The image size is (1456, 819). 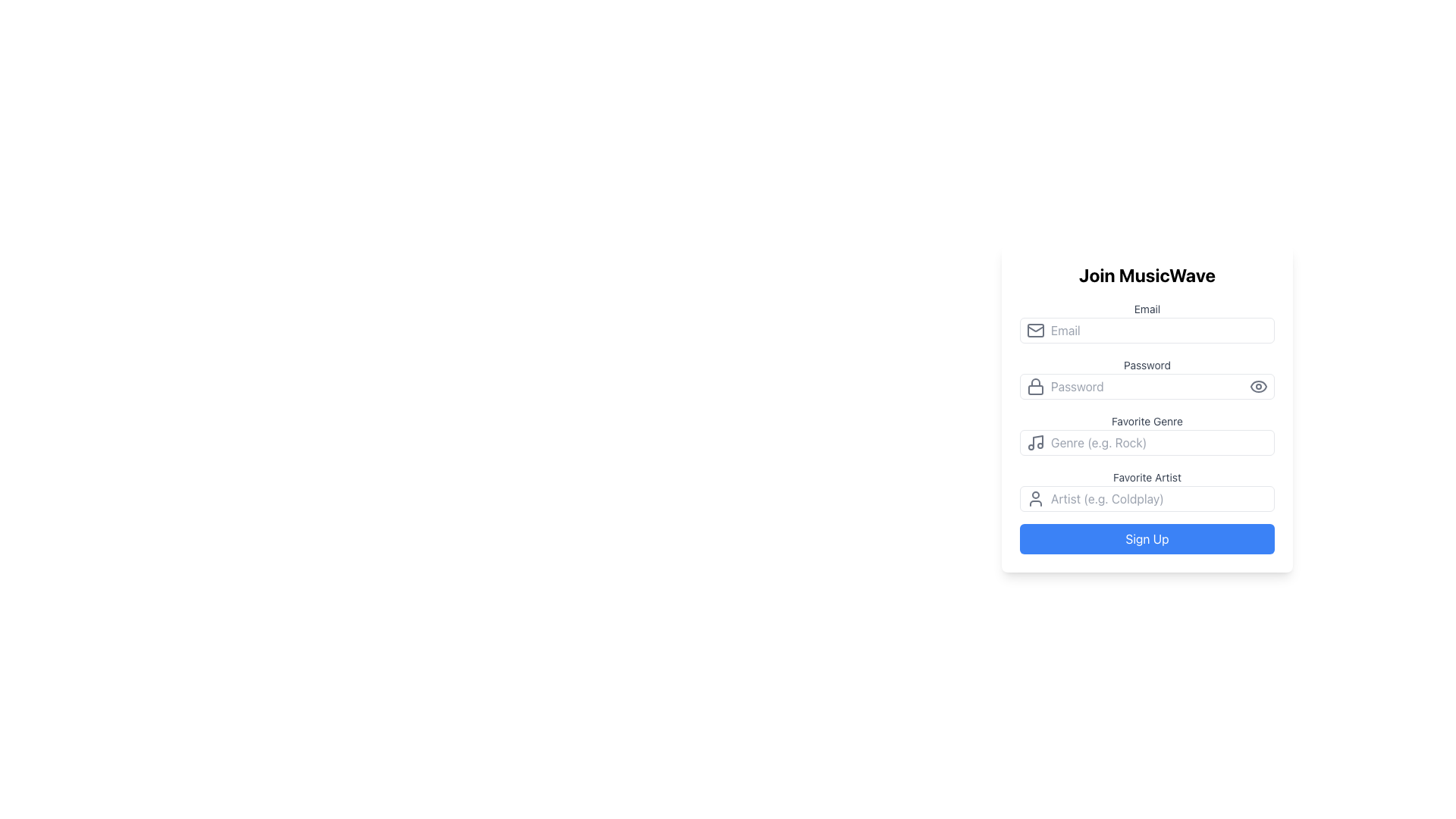 What do you see at coordinates (1147, 427) in the screenshot?
I see `the 'Favorite Genre' label to refocus the associated text input field below it` at bounding box center [1147, 427].